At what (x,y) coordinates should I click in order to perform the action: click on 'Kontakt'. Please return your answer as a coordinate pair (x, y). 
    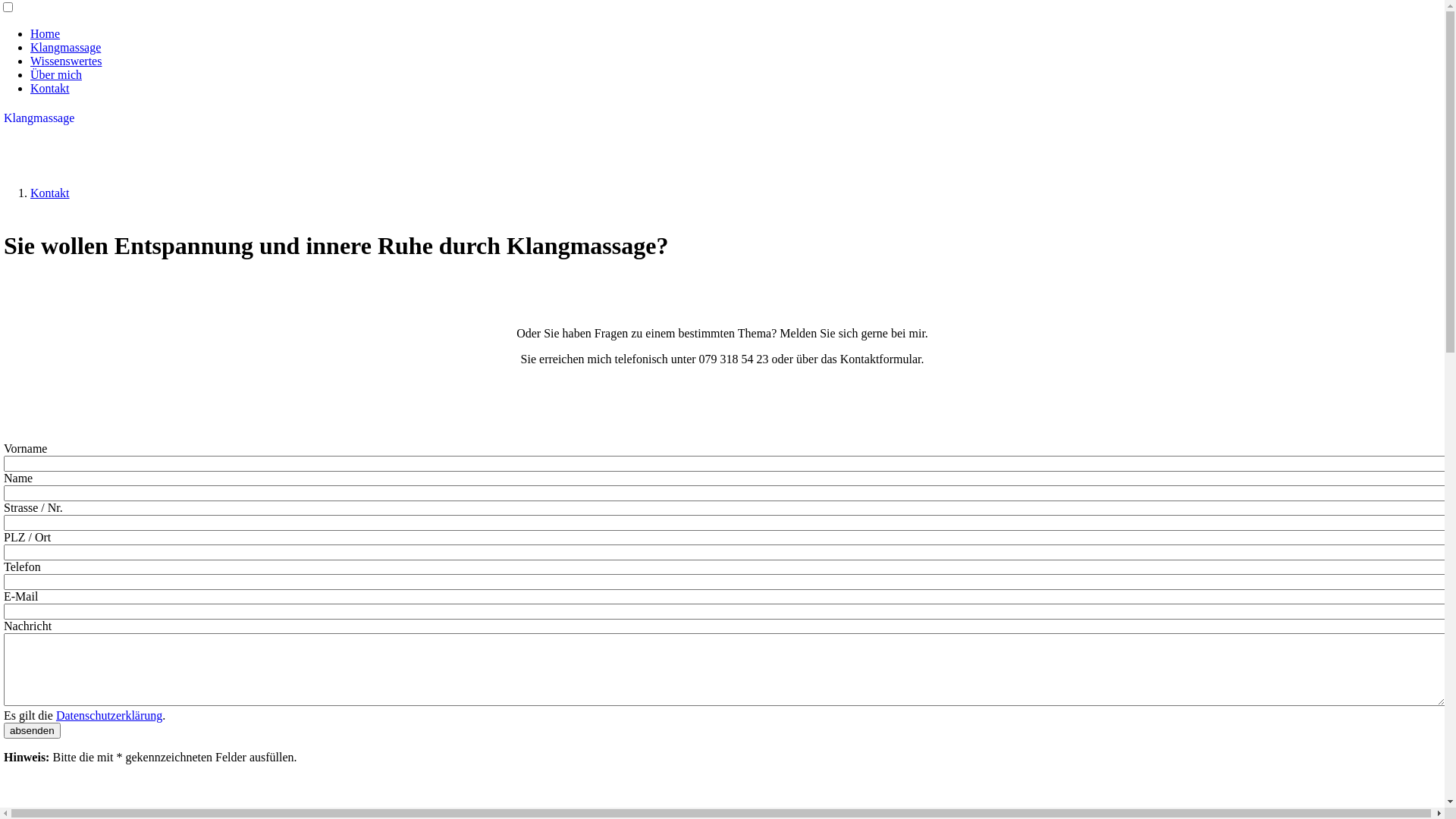
    Looking at the image, I should click on (50, 88).